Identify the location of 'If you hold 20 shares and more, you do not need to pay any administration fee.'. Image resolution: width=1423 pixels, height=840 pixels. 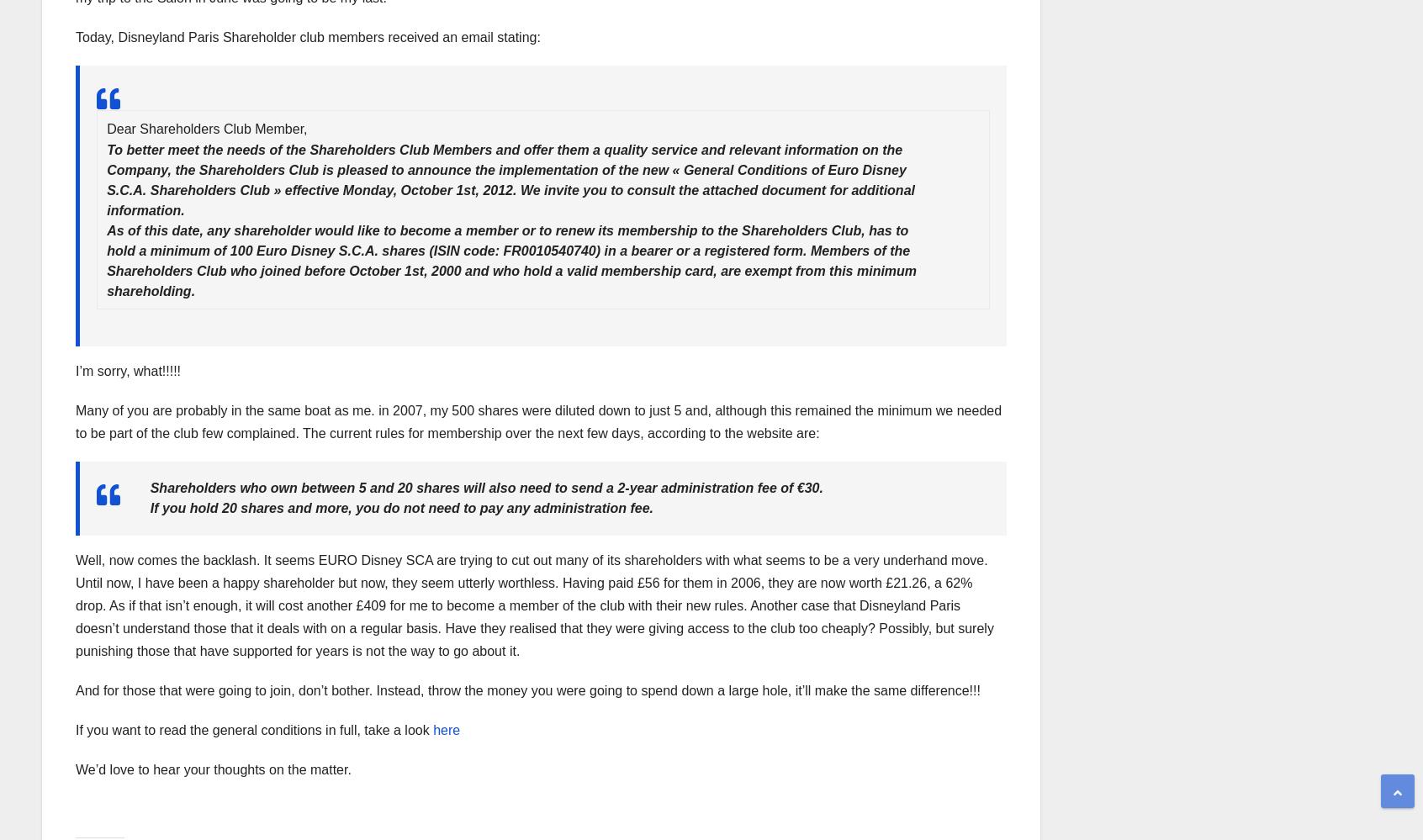
(400, 508).